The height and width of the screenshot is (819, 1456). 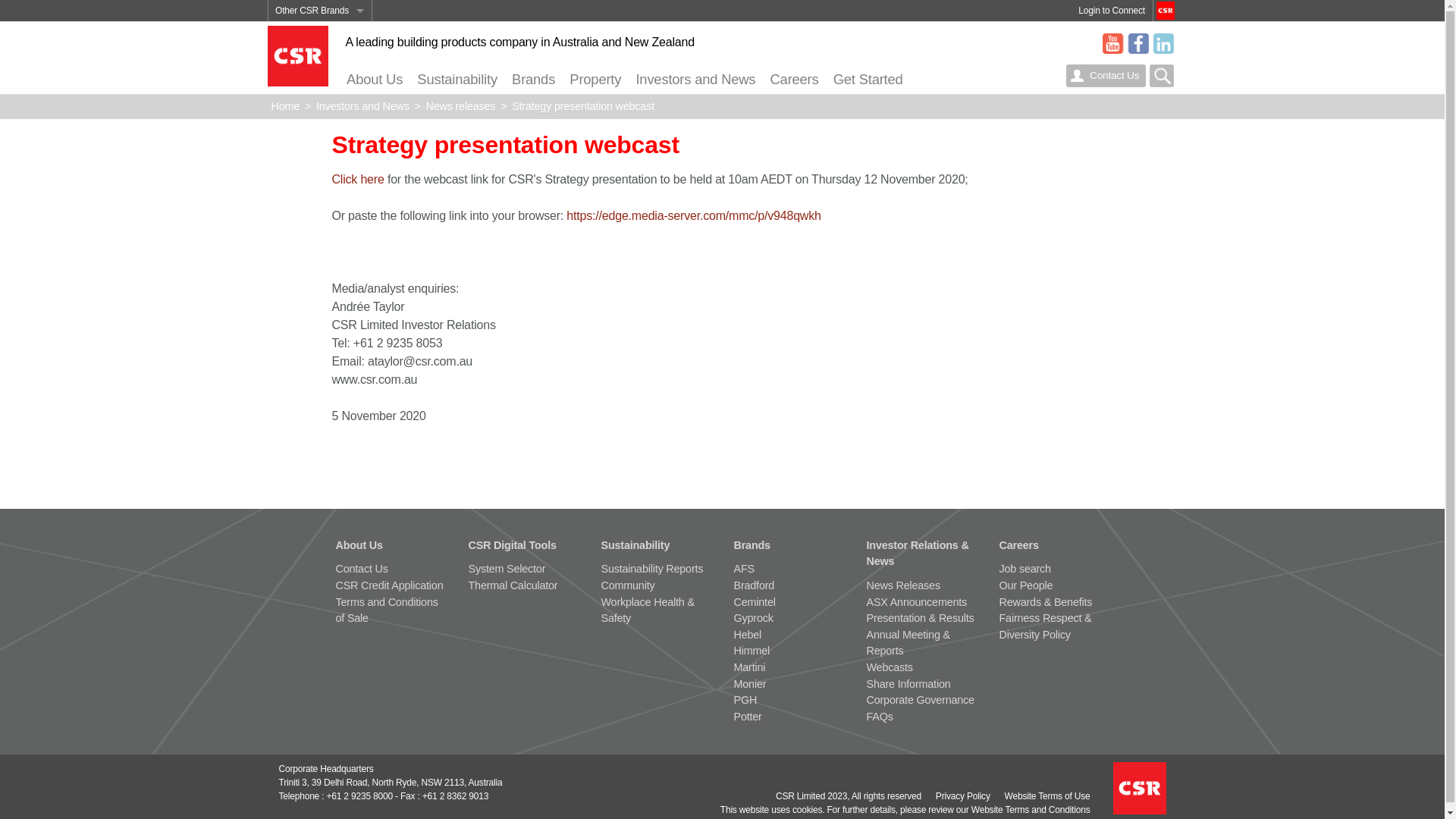 What do you see at coordinates (1026, 584) in the screenshot?
I see `'Our People'` at bounding box center [1026, 584].